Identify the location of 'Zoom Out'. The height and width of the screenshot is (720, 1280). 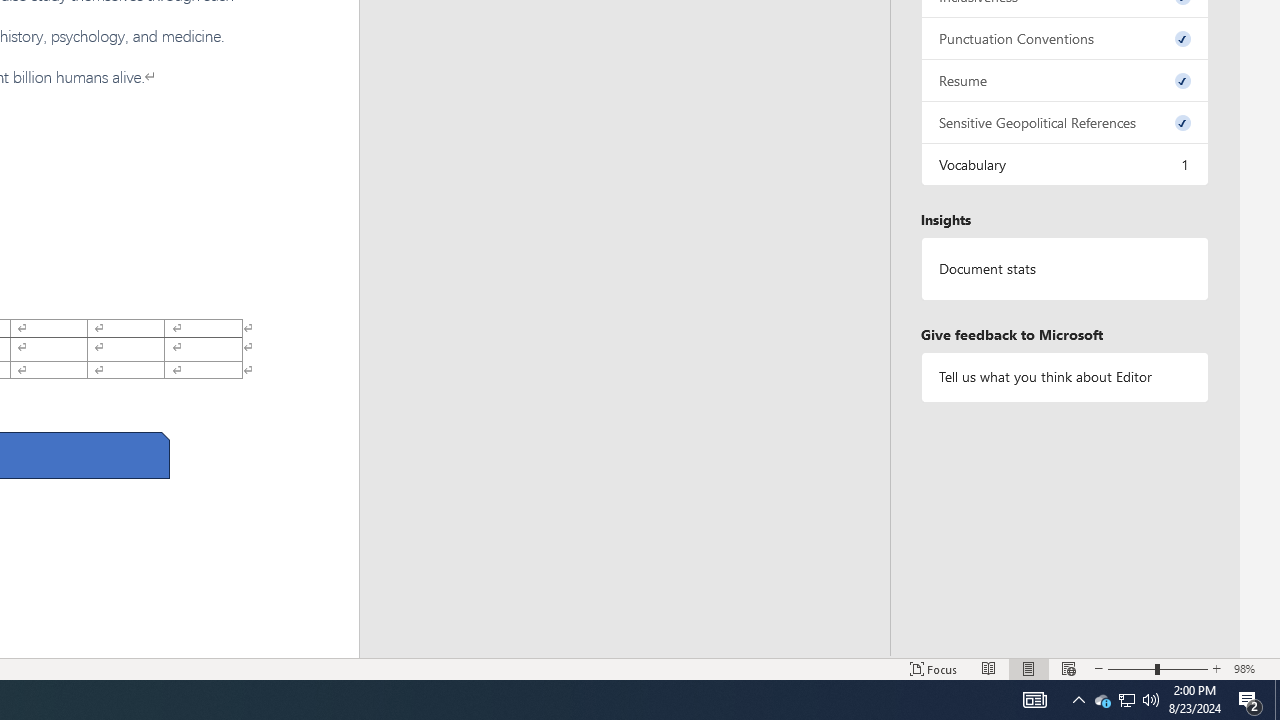
(1131, 669).